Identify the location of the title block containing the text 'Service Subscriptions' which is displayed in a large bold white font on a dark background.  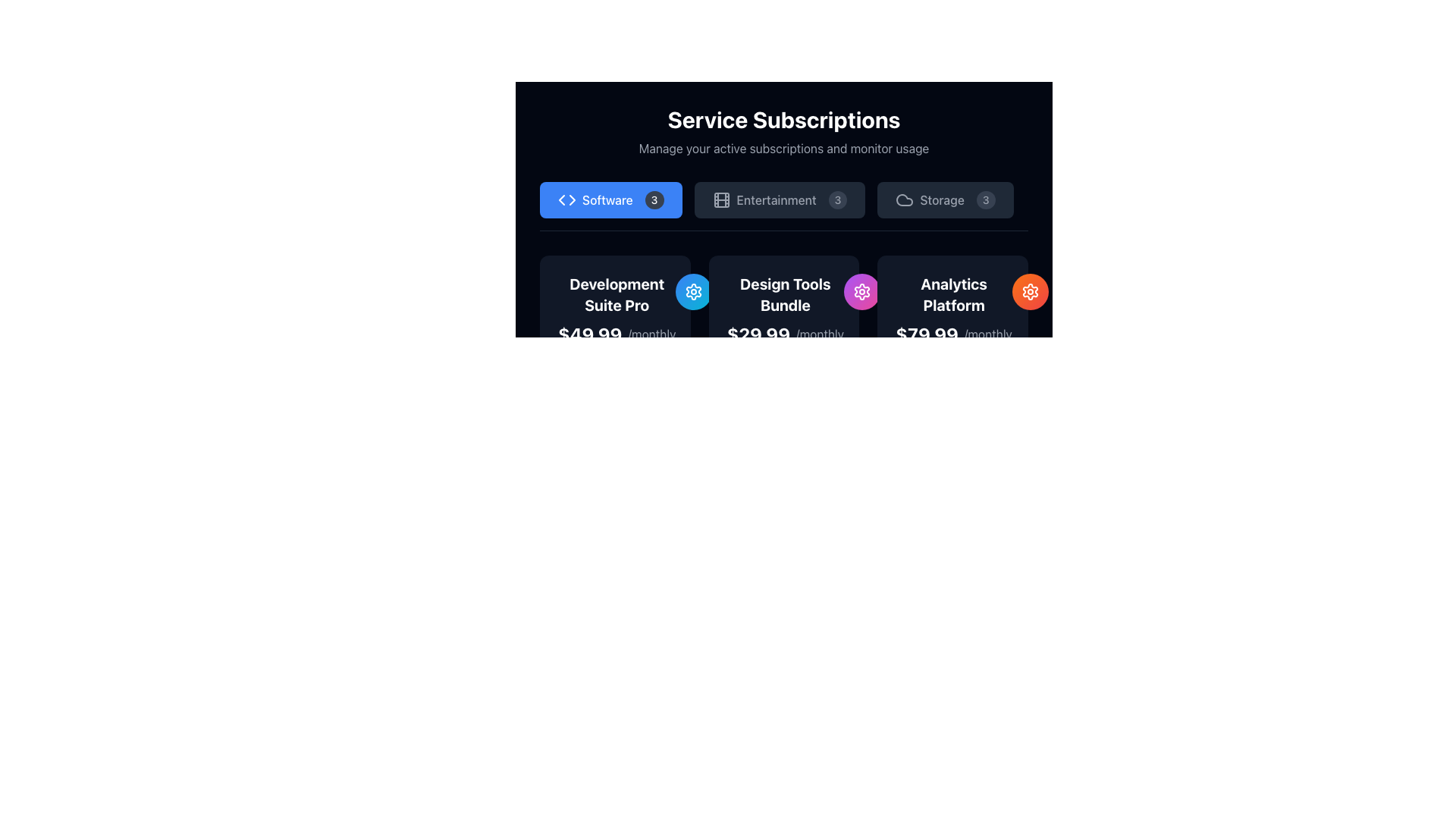
(783, 130).